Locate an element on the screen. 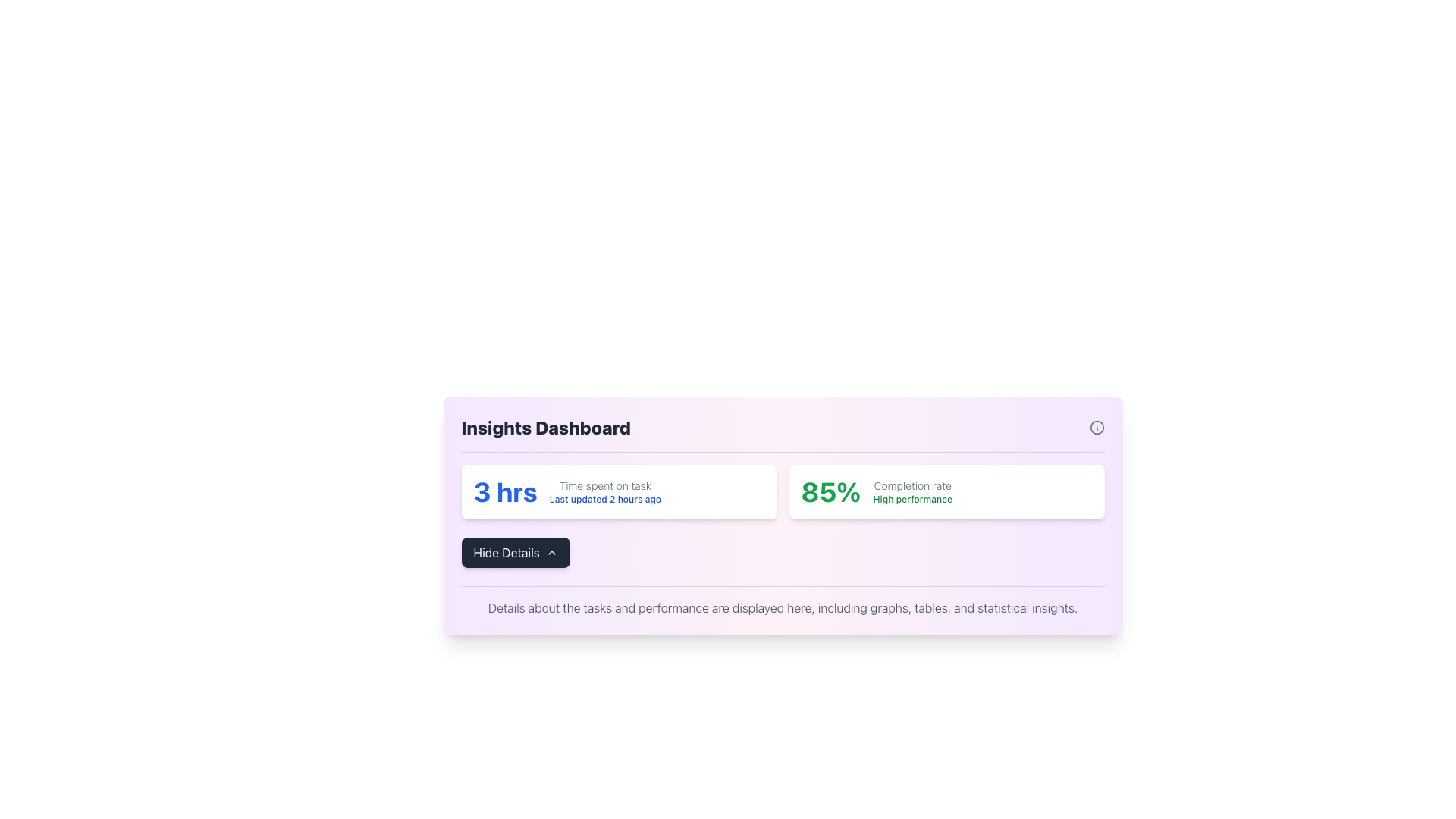  the light gray text element that displays information about tasks and performance metrics, located at the bottom of the metrics section is located at coordinates (783, 607).